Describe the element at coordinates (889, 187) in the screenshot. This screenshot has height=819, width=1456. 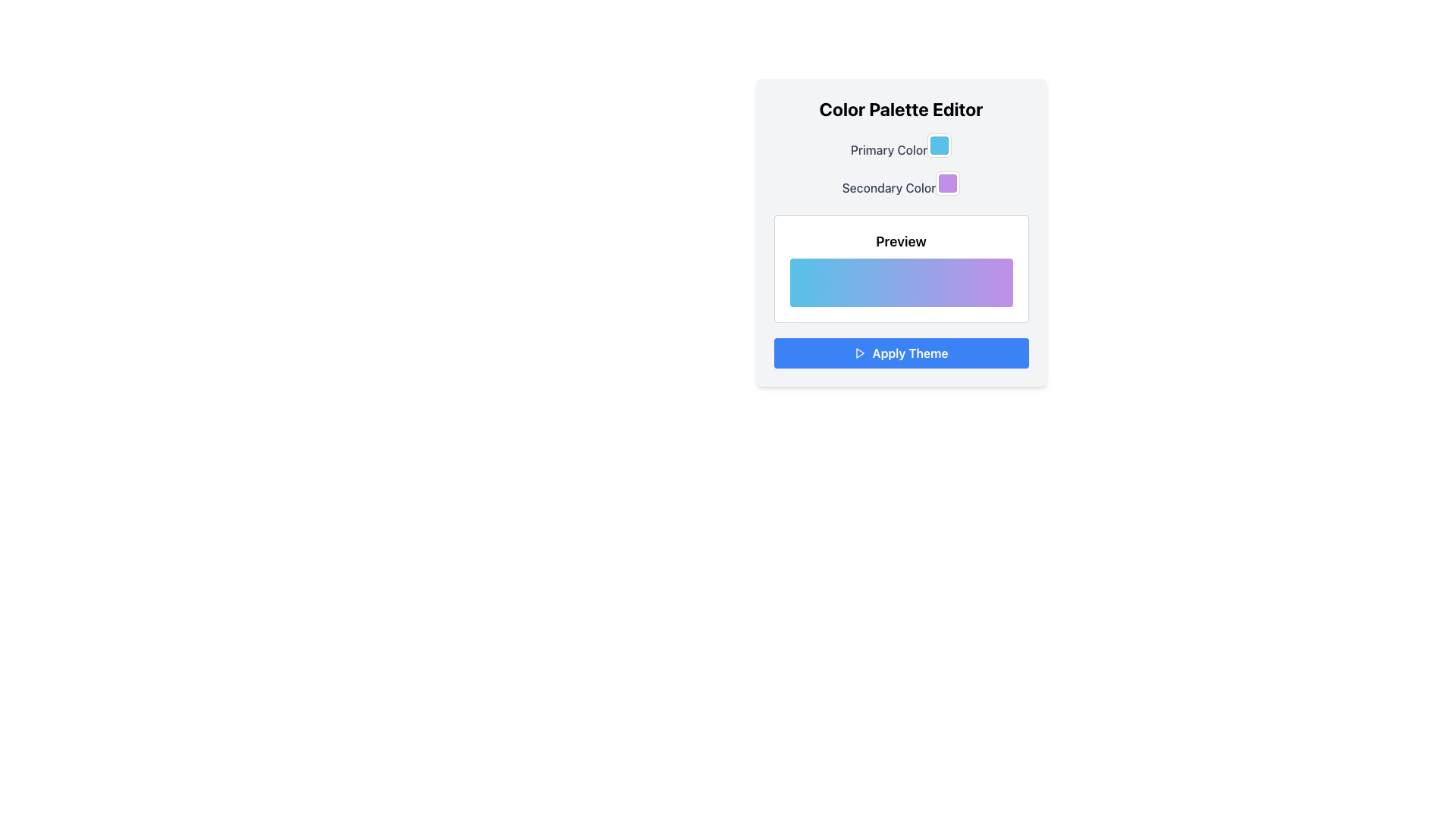
I see `text label displaying 'Secondary Color' located centrally within the 'Color Palette Editor' interface, directly below the 'Primary Color' label` at that location.